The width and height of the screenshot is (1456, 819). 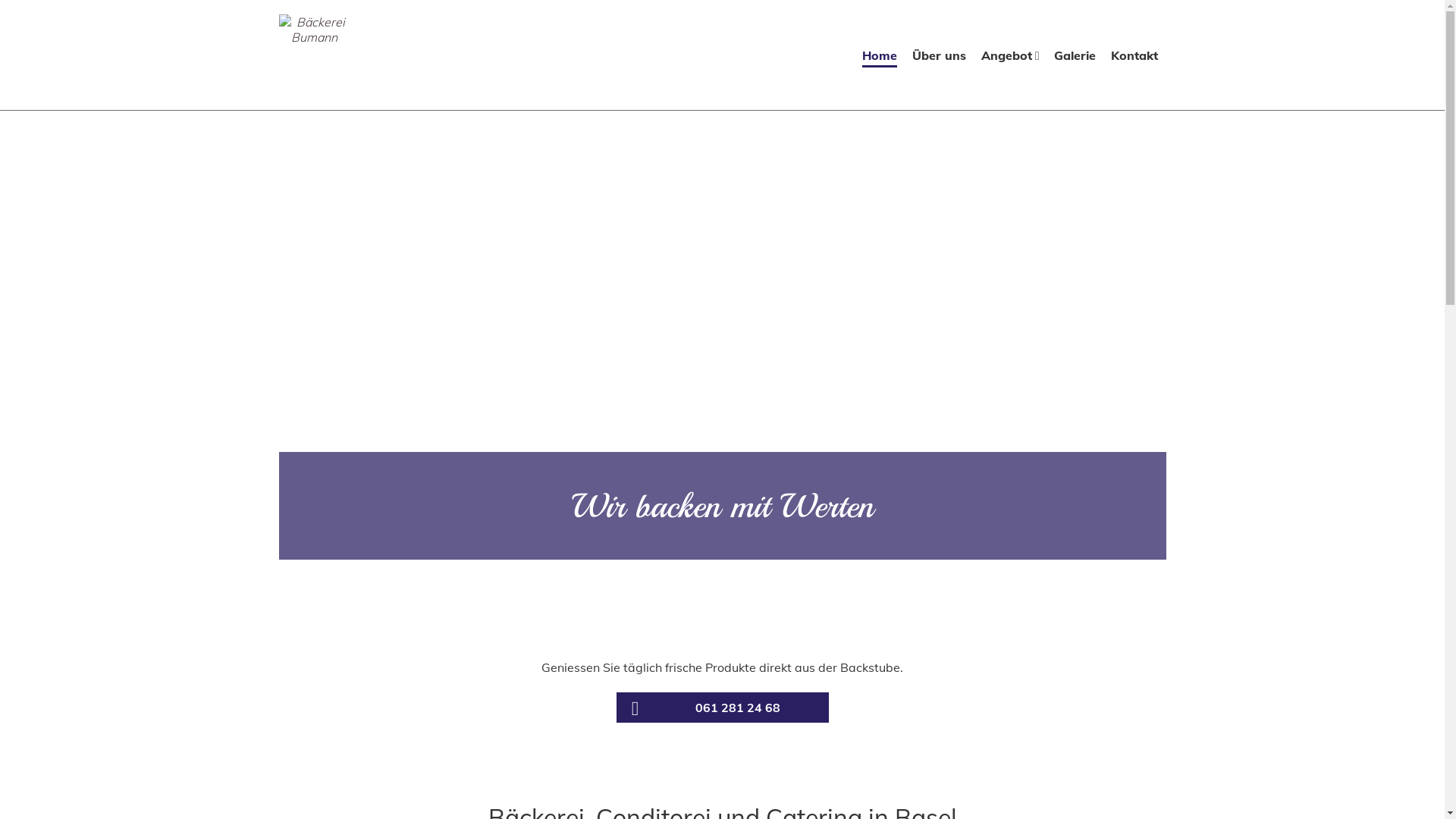 I want to click on 'Kontakt', so click(x=1134, y=57).